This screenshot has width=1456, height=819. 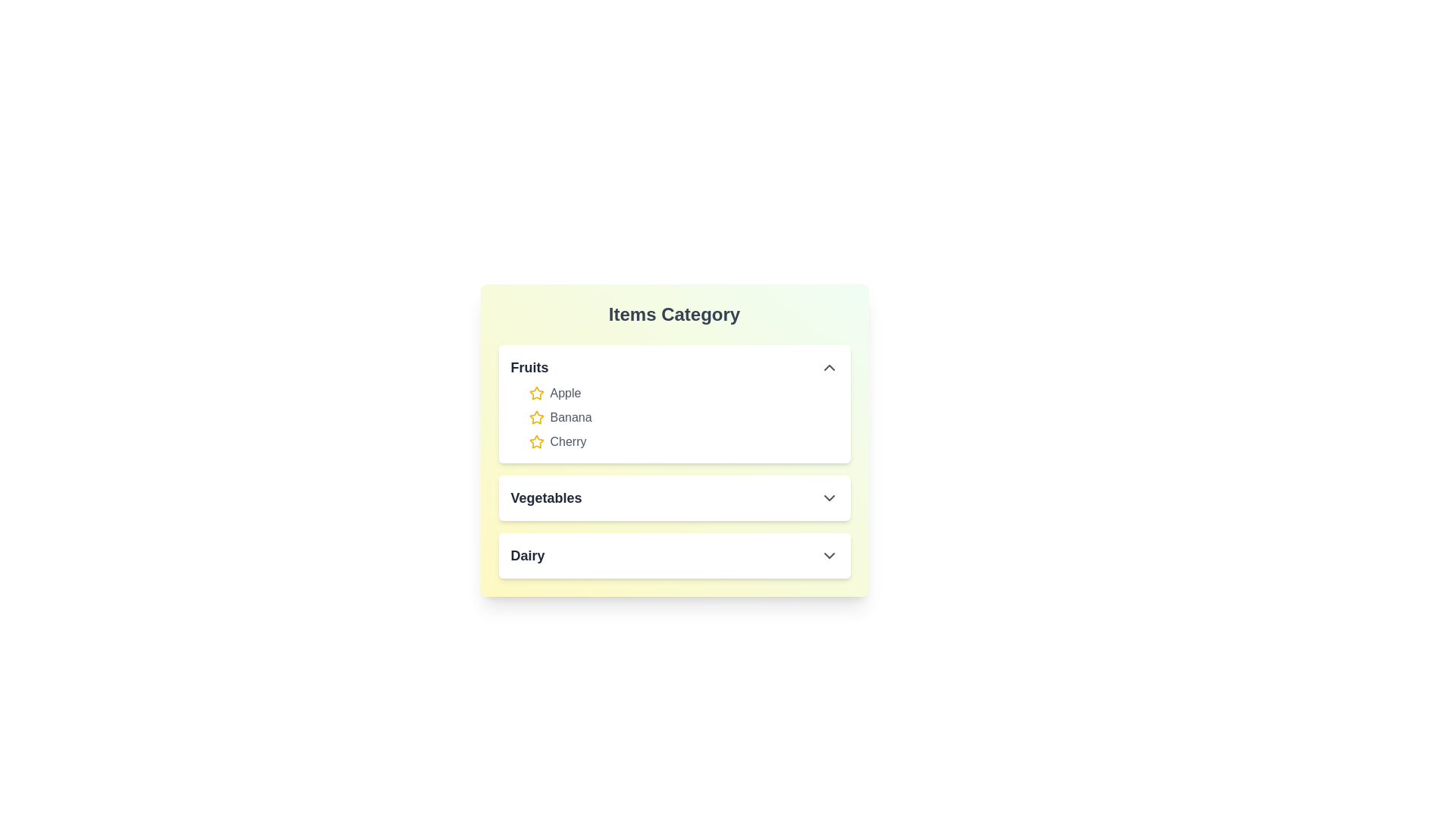 What do you see at coordinates (567, 441) in the screenshot?
I see `the item Cherry in the expanded category` at bounding box center [567, 441].